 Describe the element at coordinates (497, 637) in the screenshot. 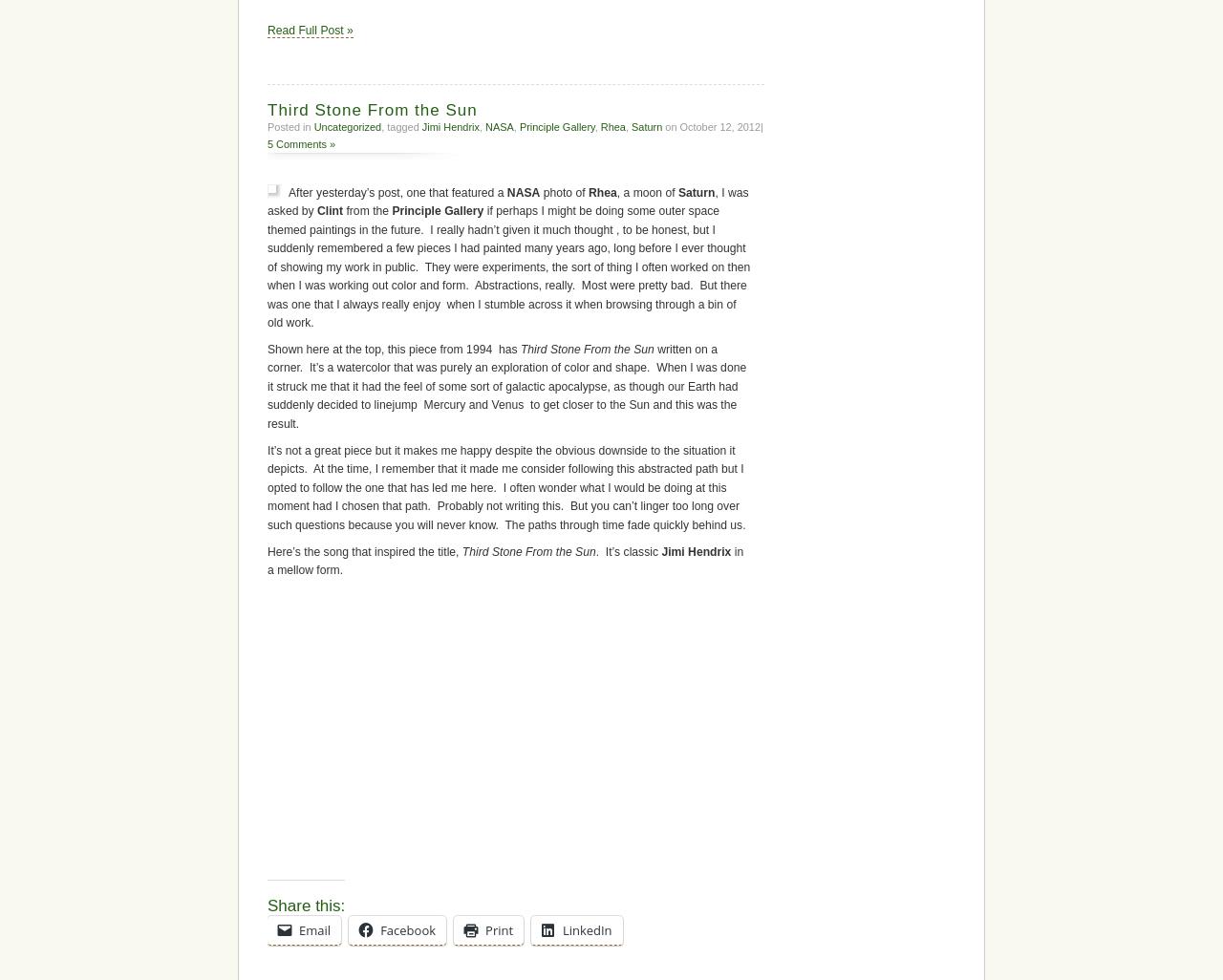

I see `', I was asked by'` at that location.